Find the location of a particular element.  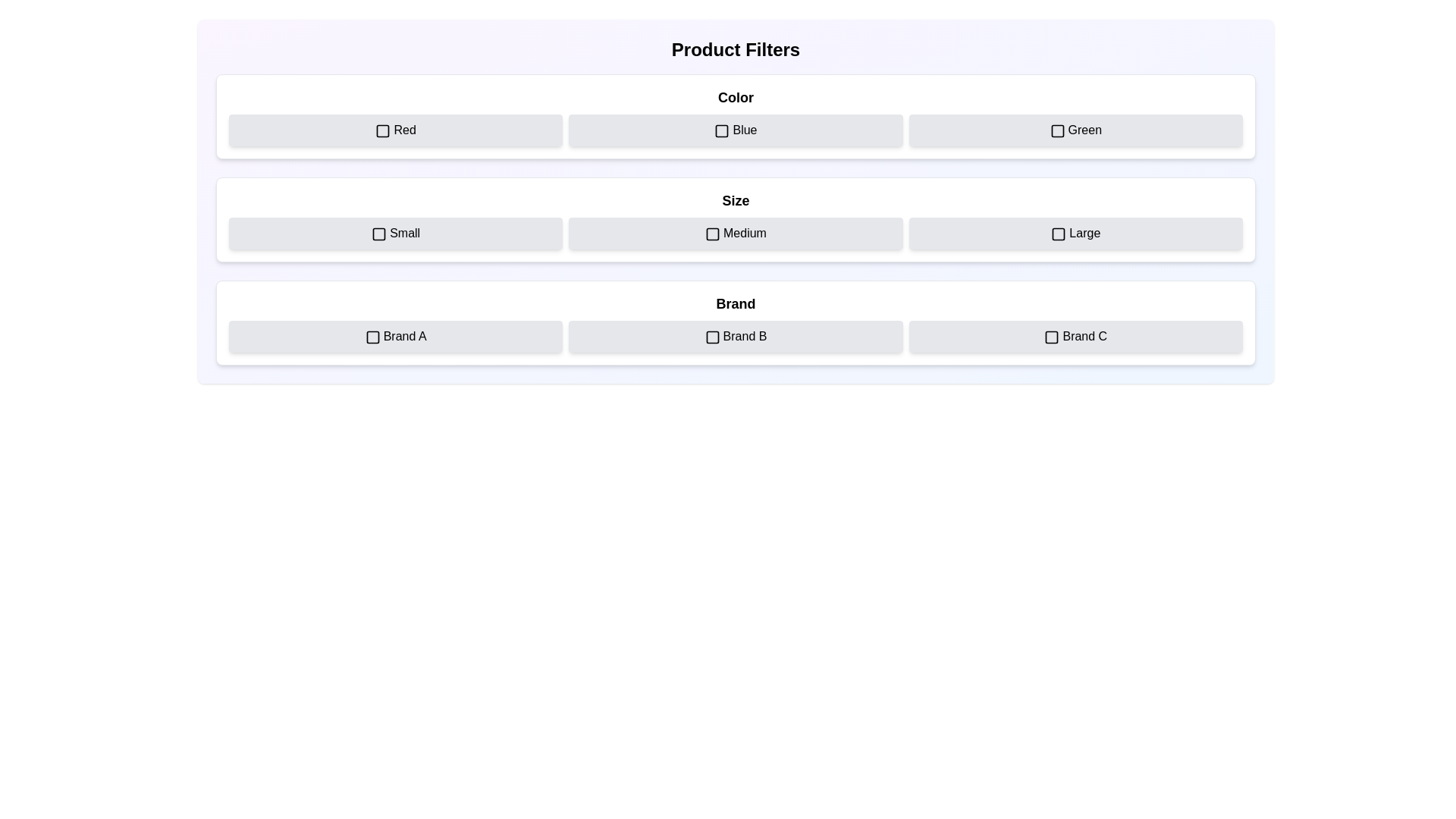

the selection indicator icon for the 'Medium' size filter button, which is centrally aligned within the button in the 'Size' filter group is located at coordinates (712, 234).